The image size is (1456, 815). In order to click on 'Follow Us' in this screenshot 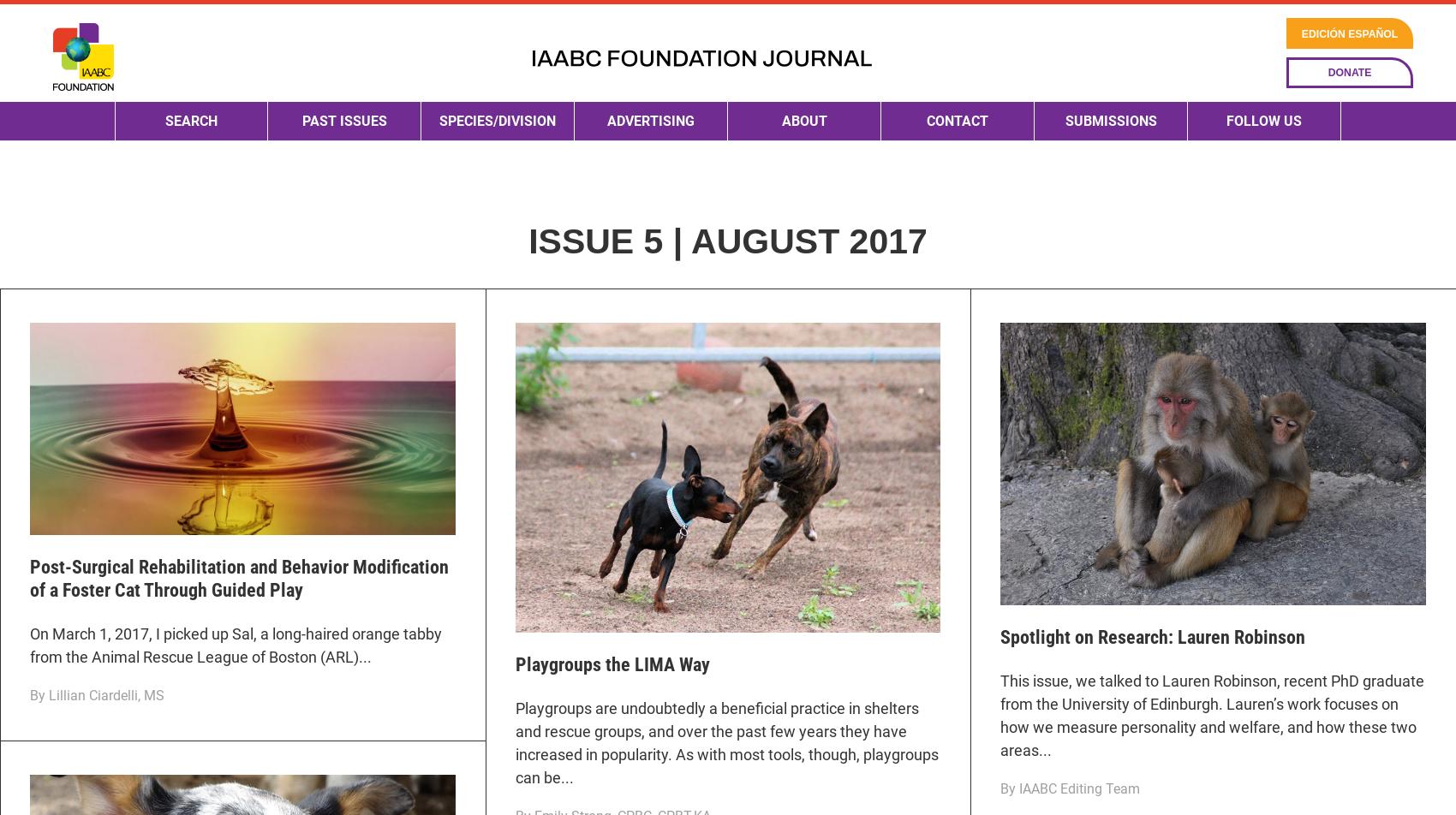, I will do `click(1262, 180)`.